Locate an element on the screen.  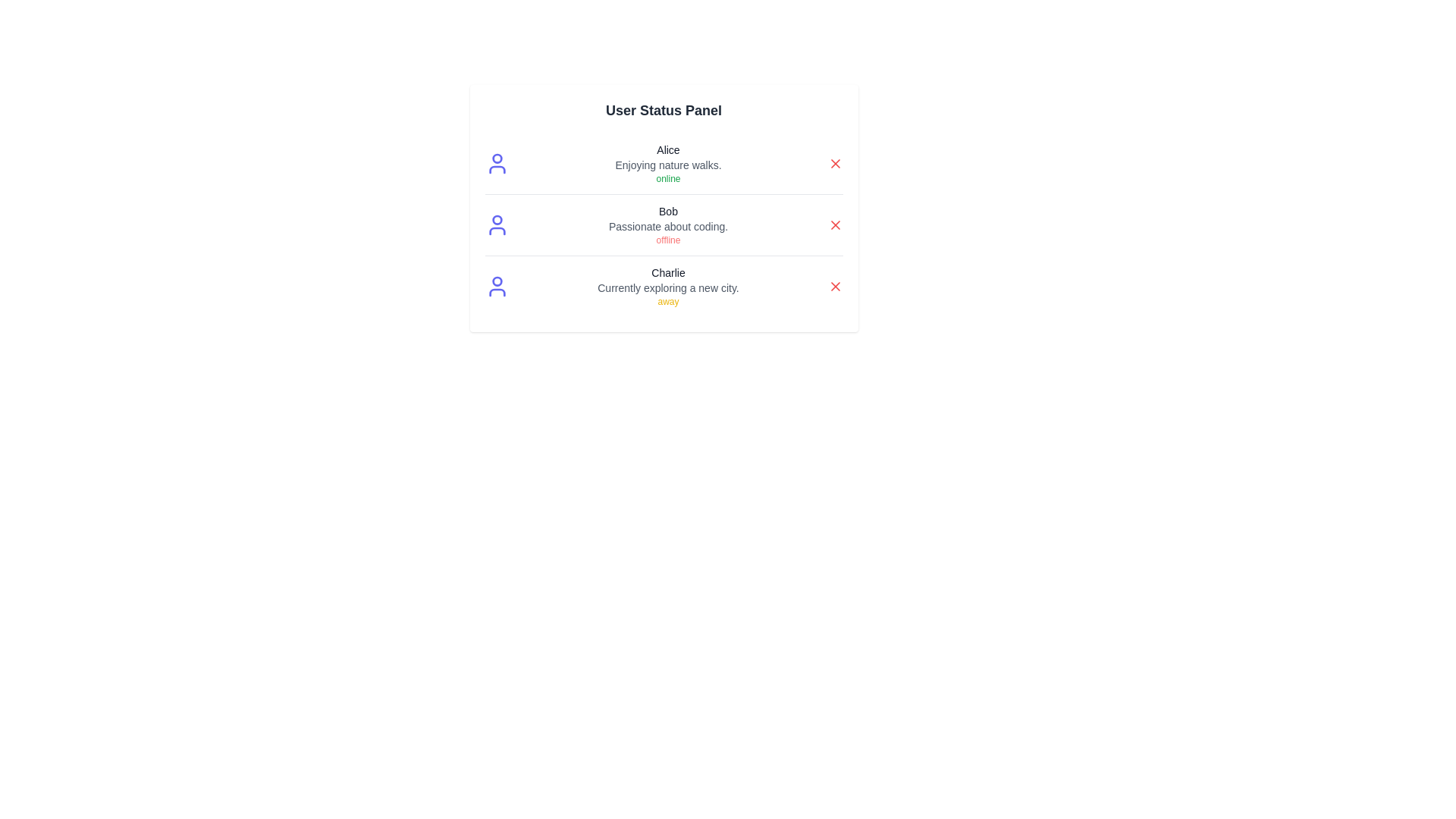
the SVG circle component representing the head of the user icon for 'Bob' is located at coordinates (497, 220).